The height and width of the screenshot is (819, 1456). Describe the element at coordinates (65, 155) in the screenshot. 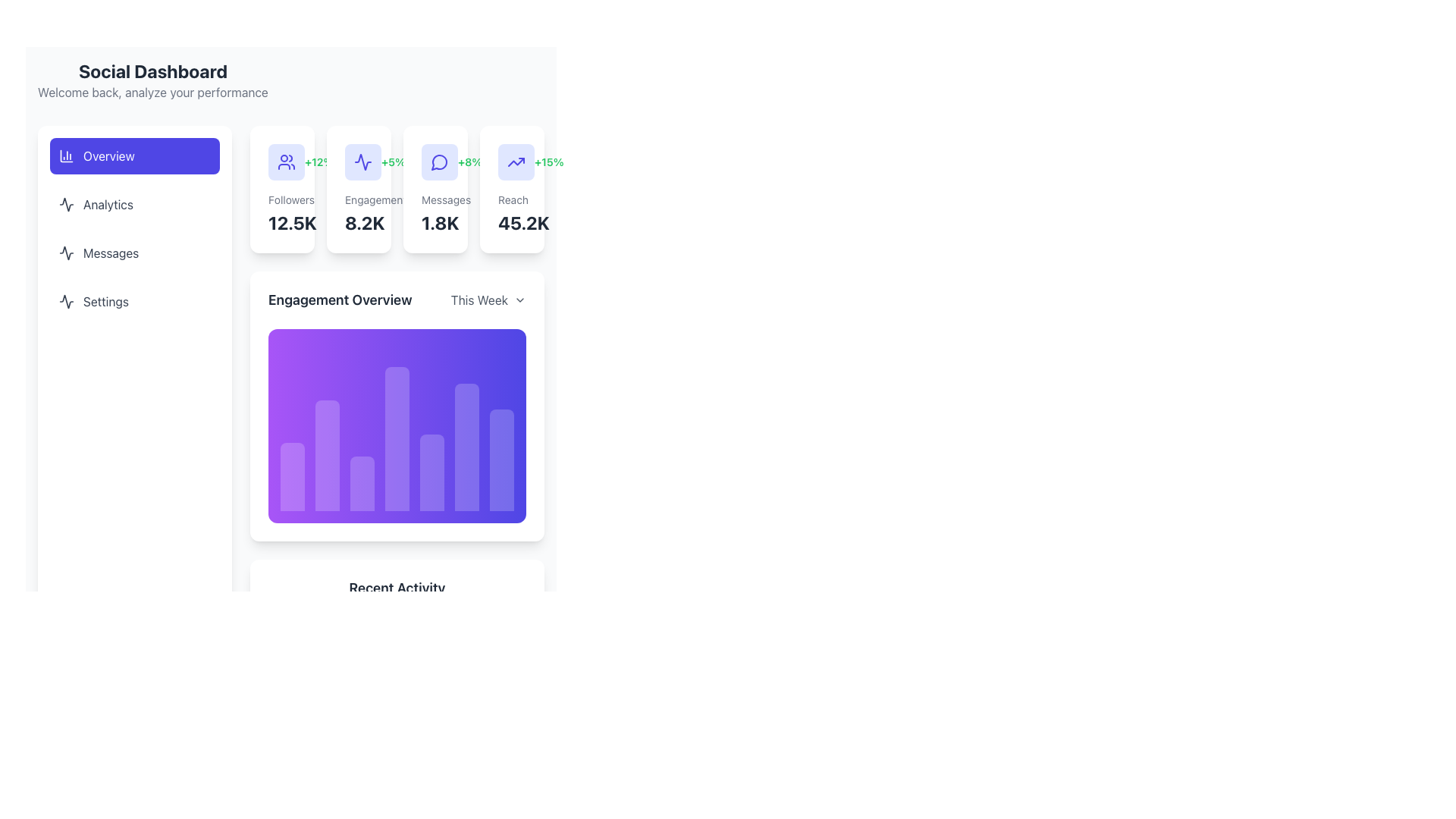

I see `the 'Overview' icon in the sidebar, which visually represents the entry for the Overview section and is located to the left of the 'Overview' text` at that location.